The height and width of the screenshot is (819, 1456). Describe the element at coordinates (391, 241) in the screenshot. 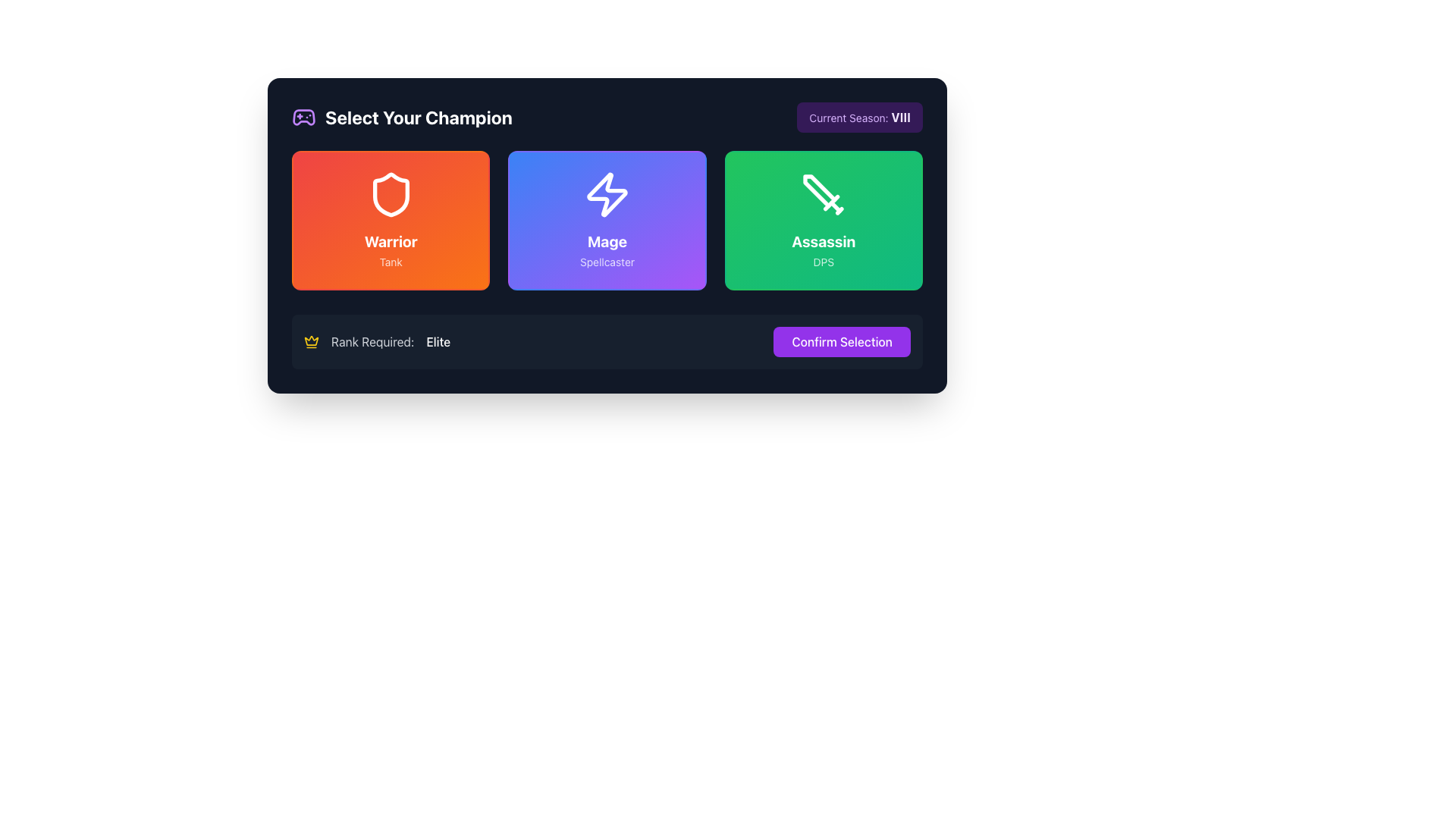

I see `the text label displaying the title of the 'Warrior' character class, located at the center-top of the 'Warrior Tank' card` at that location.